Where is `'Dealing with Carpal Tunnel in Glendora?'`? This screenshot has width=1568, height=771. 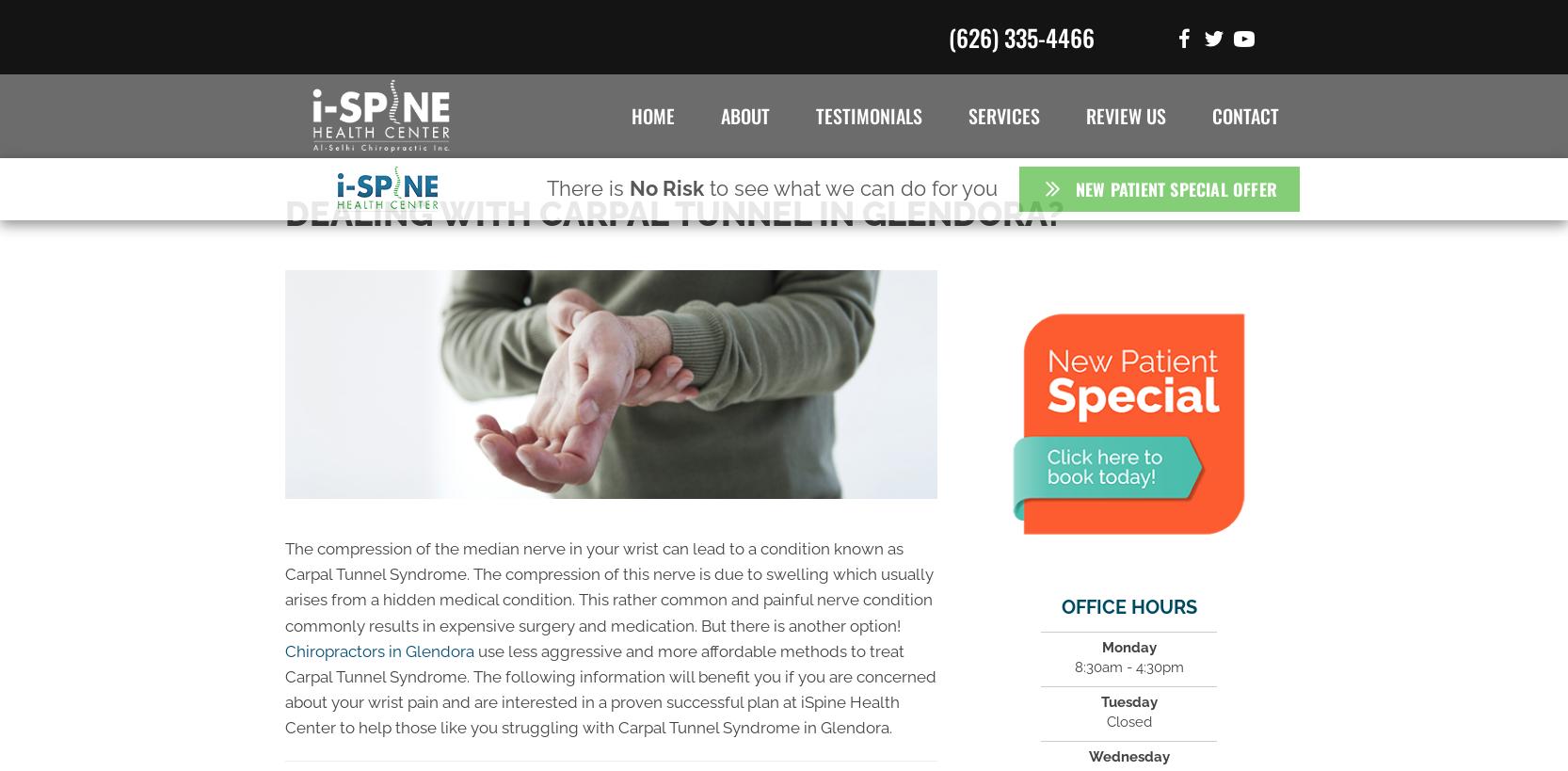
'Dealing with Carpal Tunnel in Glendora?' is located at coordinates (675, 212).